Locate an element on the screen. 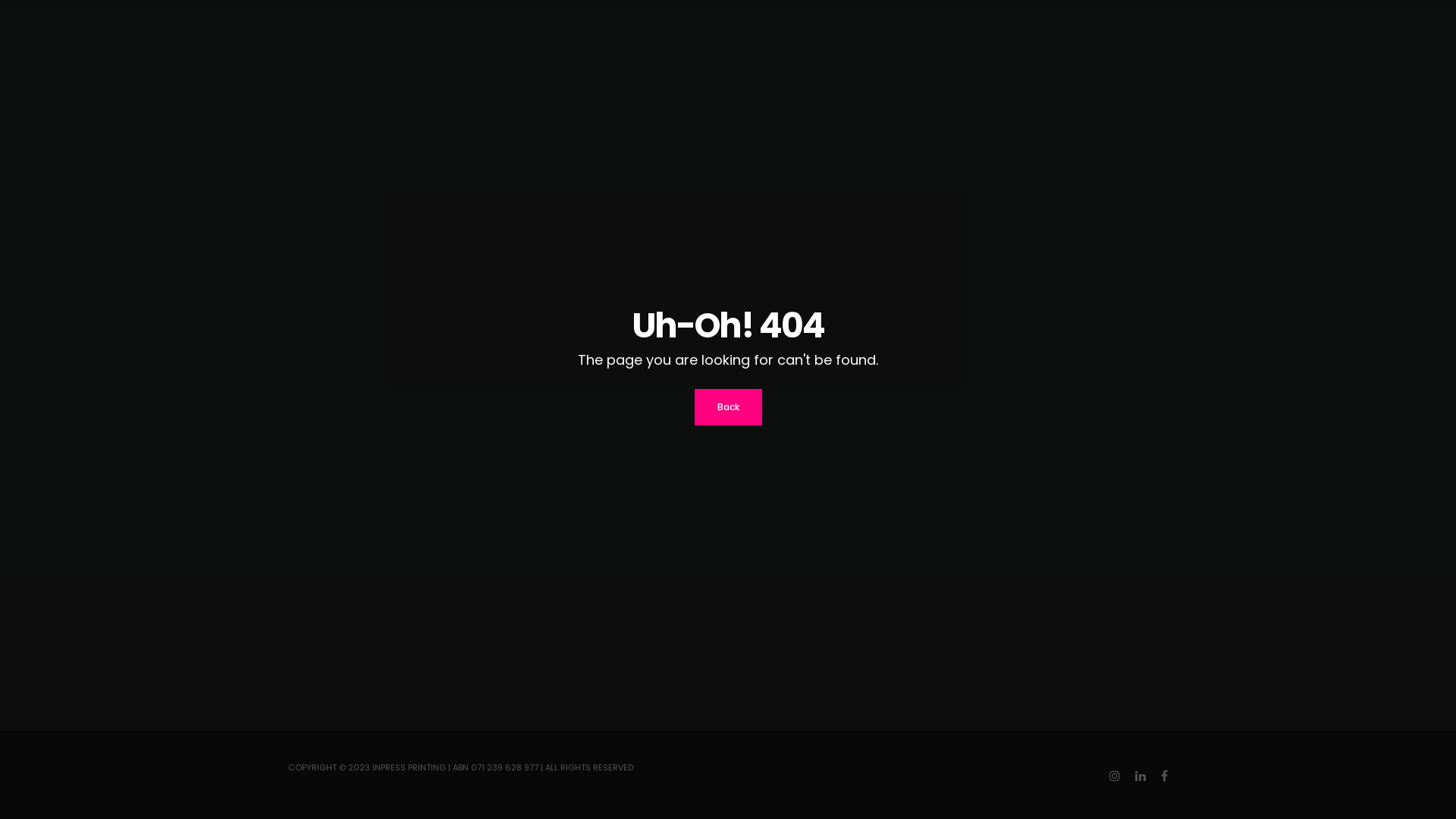  'Back' is located at coordinates (728, 406).